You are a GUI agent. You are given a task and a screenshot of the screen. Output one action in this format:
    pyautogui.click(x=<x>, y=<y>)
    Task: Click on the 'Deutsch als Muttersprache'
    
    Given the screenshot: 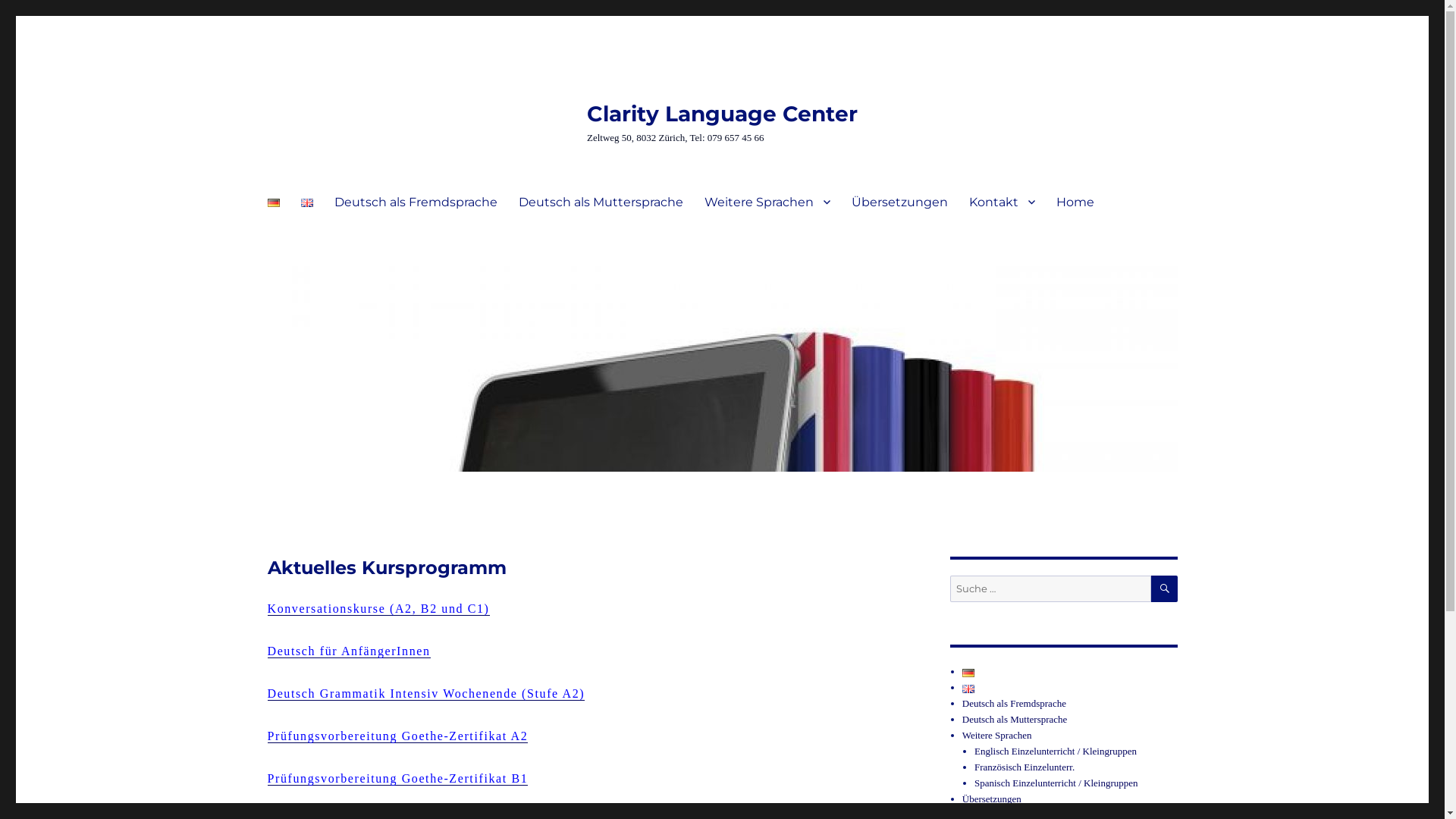 What is the action you would take?
    pyautogui.click(x=600, y=201)
    